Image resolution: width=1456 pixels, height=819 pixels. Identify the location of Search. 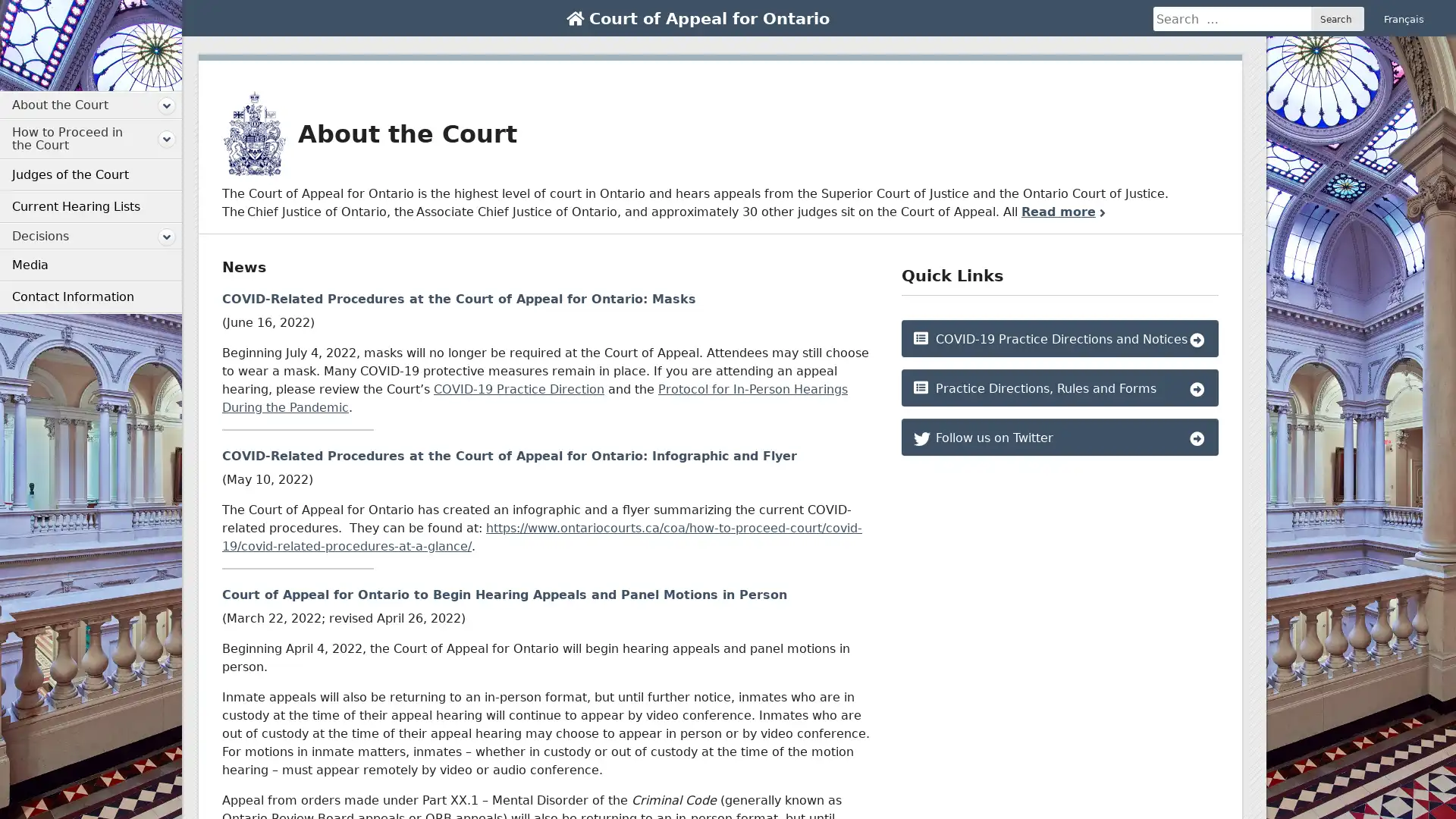
(1336, 18).